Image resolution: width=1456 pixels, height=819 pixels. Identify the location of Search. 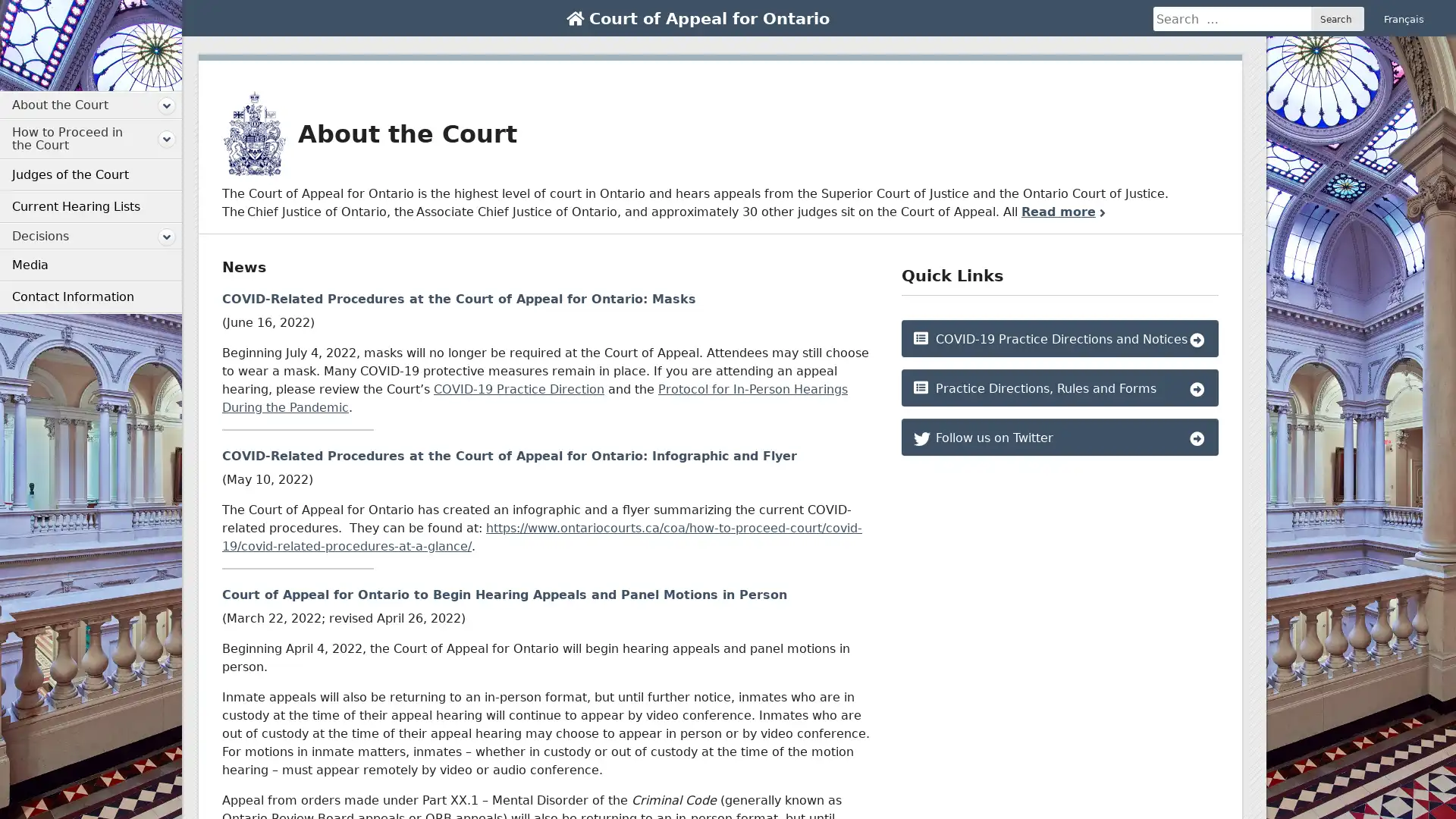
(1336, 18).